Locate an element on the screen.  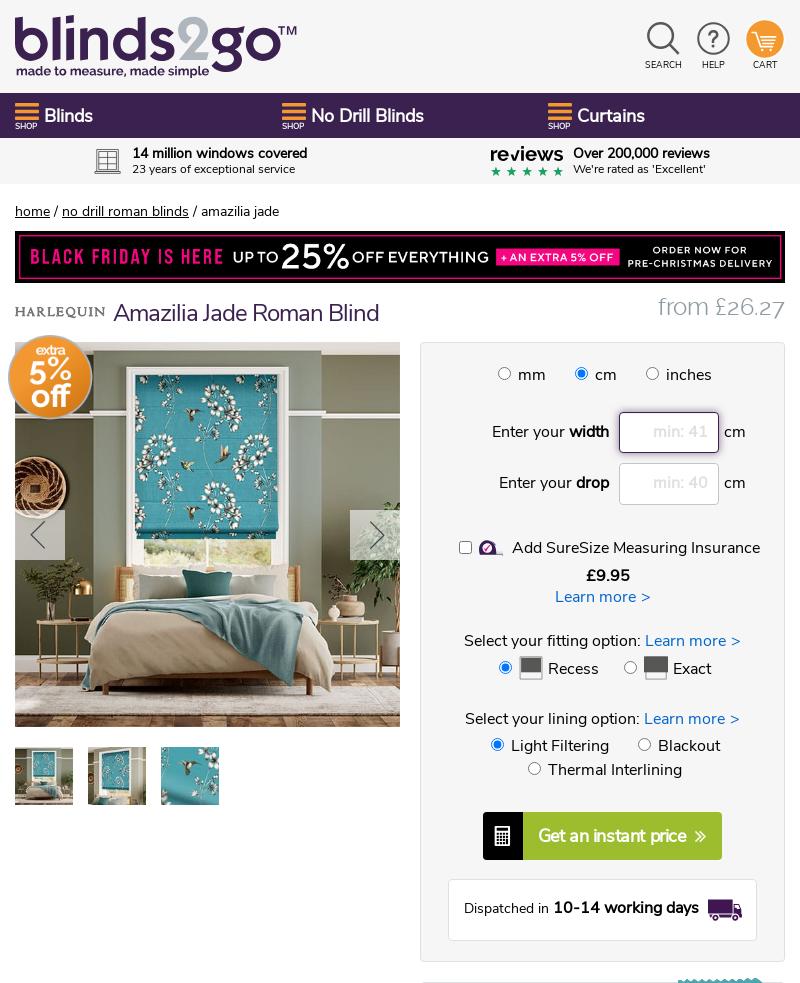
'Can't fault them' is located at coordinates (140, 411).